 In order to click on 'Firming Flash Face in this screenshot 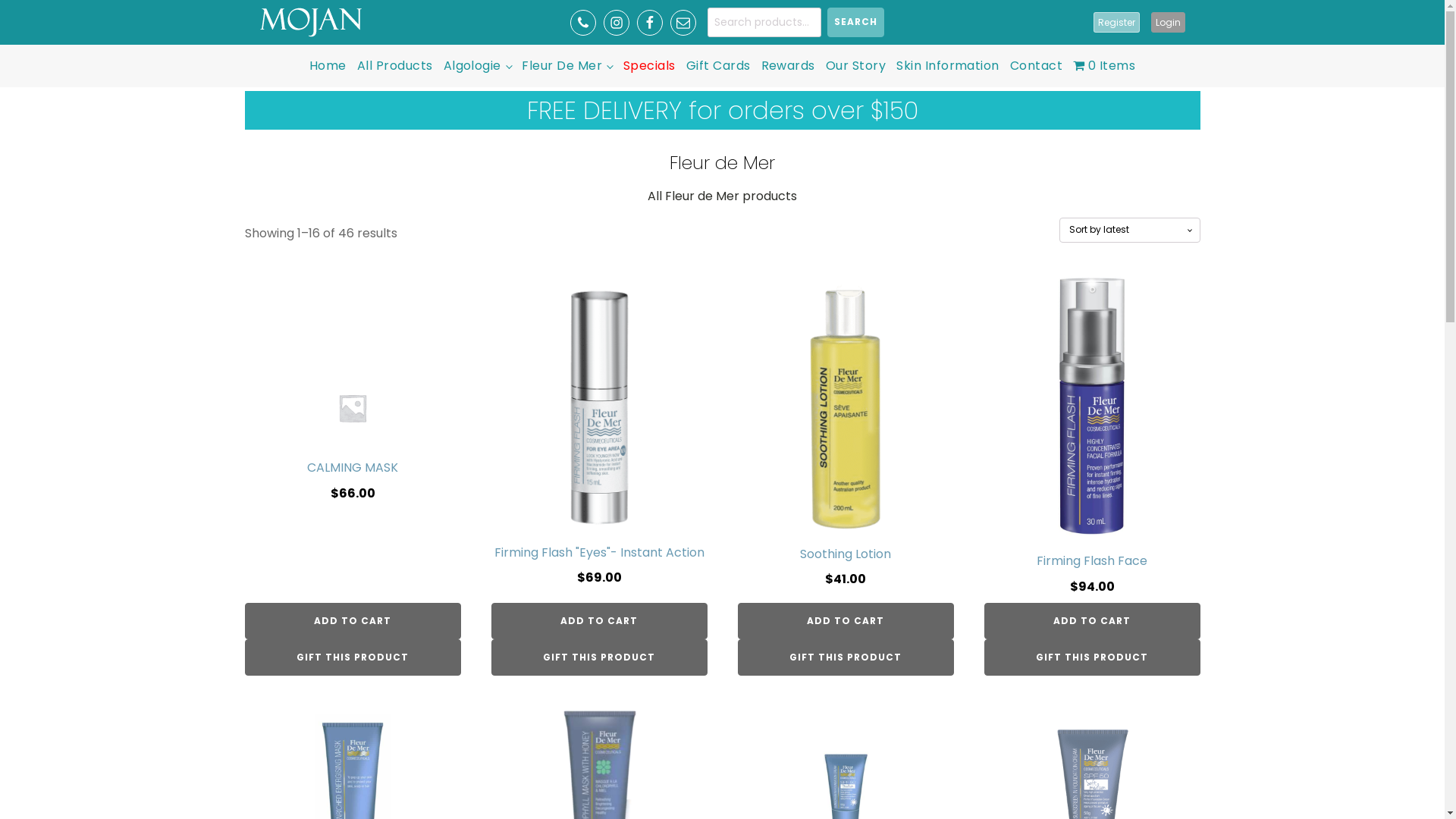, I will do `click(1092, 439)`.